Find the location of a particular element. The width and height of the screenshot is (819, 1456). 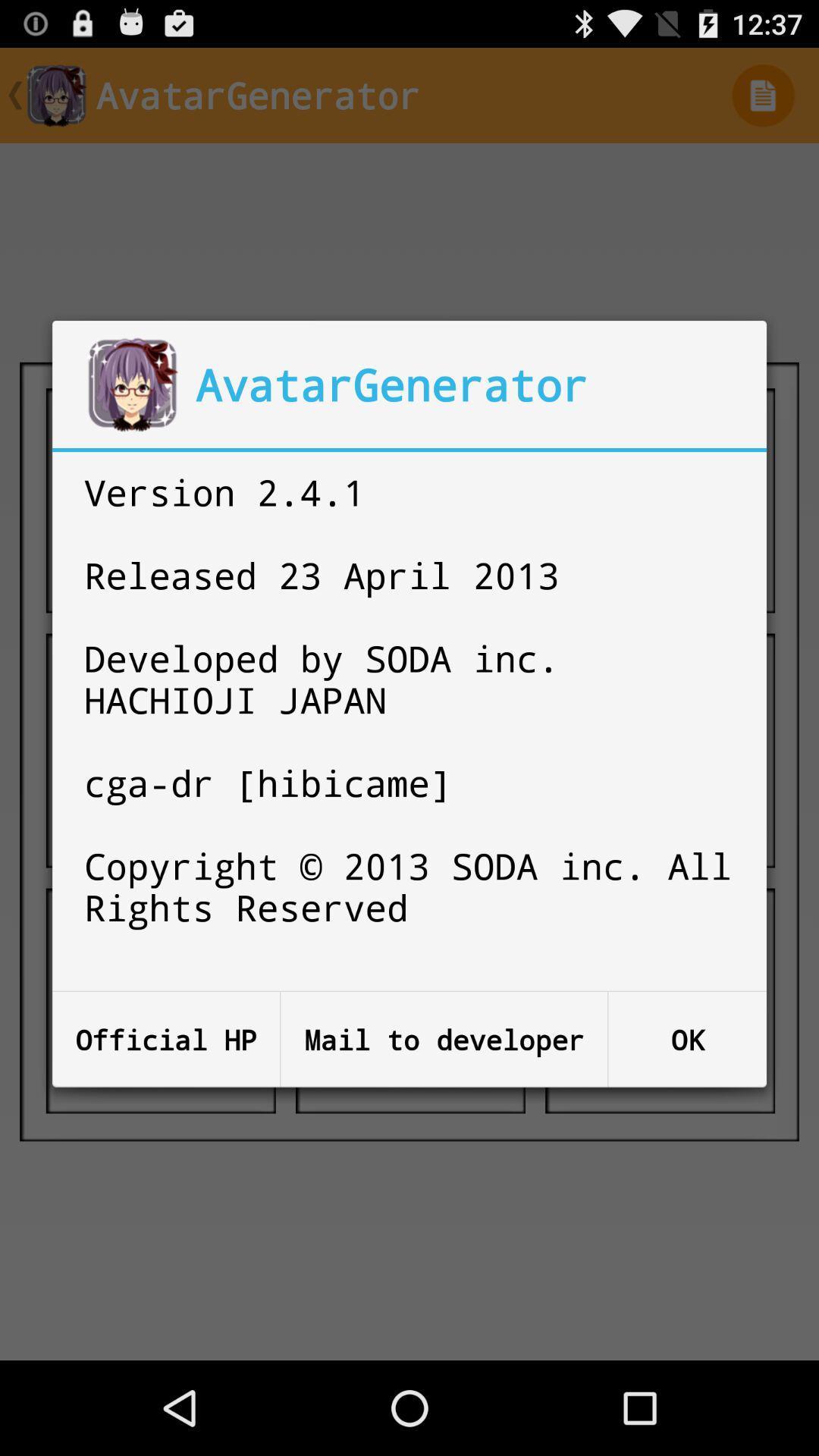

the official hp is located at coordinates (166, 1039).